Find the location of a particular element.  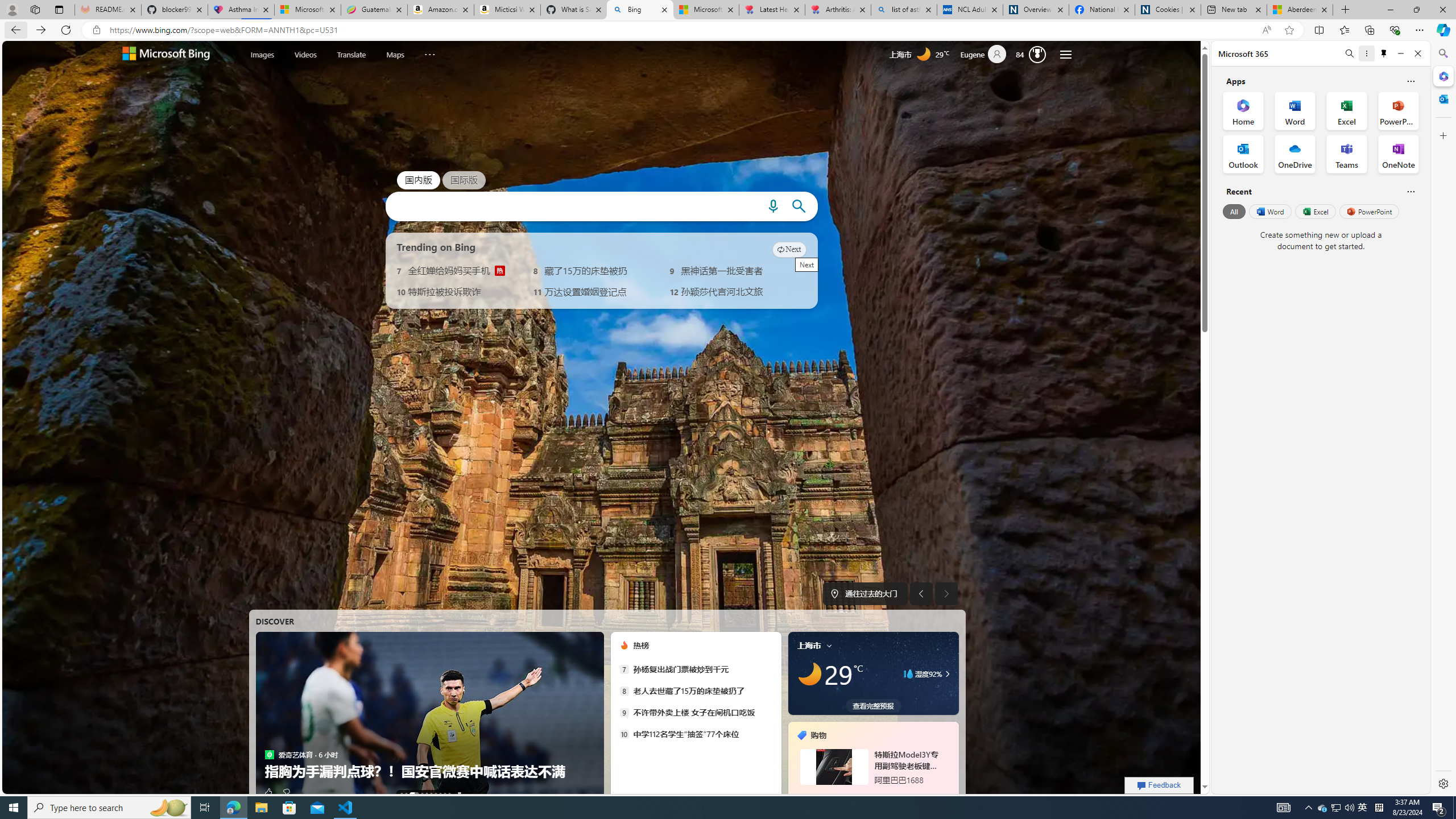

'Home Office App' is located at coordinates (1243, 111).